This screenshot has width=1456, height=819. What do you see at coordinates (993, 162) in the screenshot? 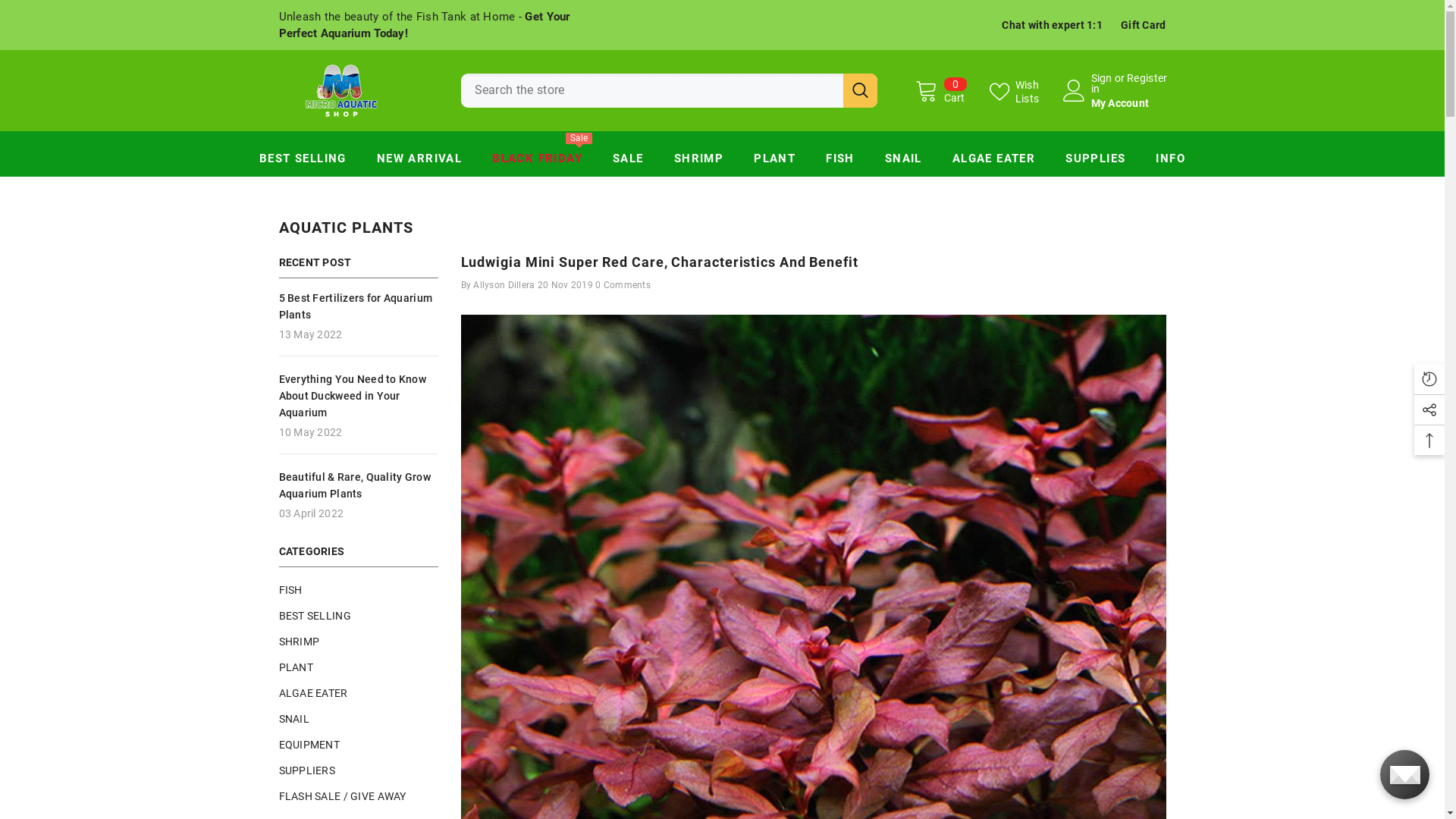
I see `'ALGAE EATER'` at bounding box center [993, 162].